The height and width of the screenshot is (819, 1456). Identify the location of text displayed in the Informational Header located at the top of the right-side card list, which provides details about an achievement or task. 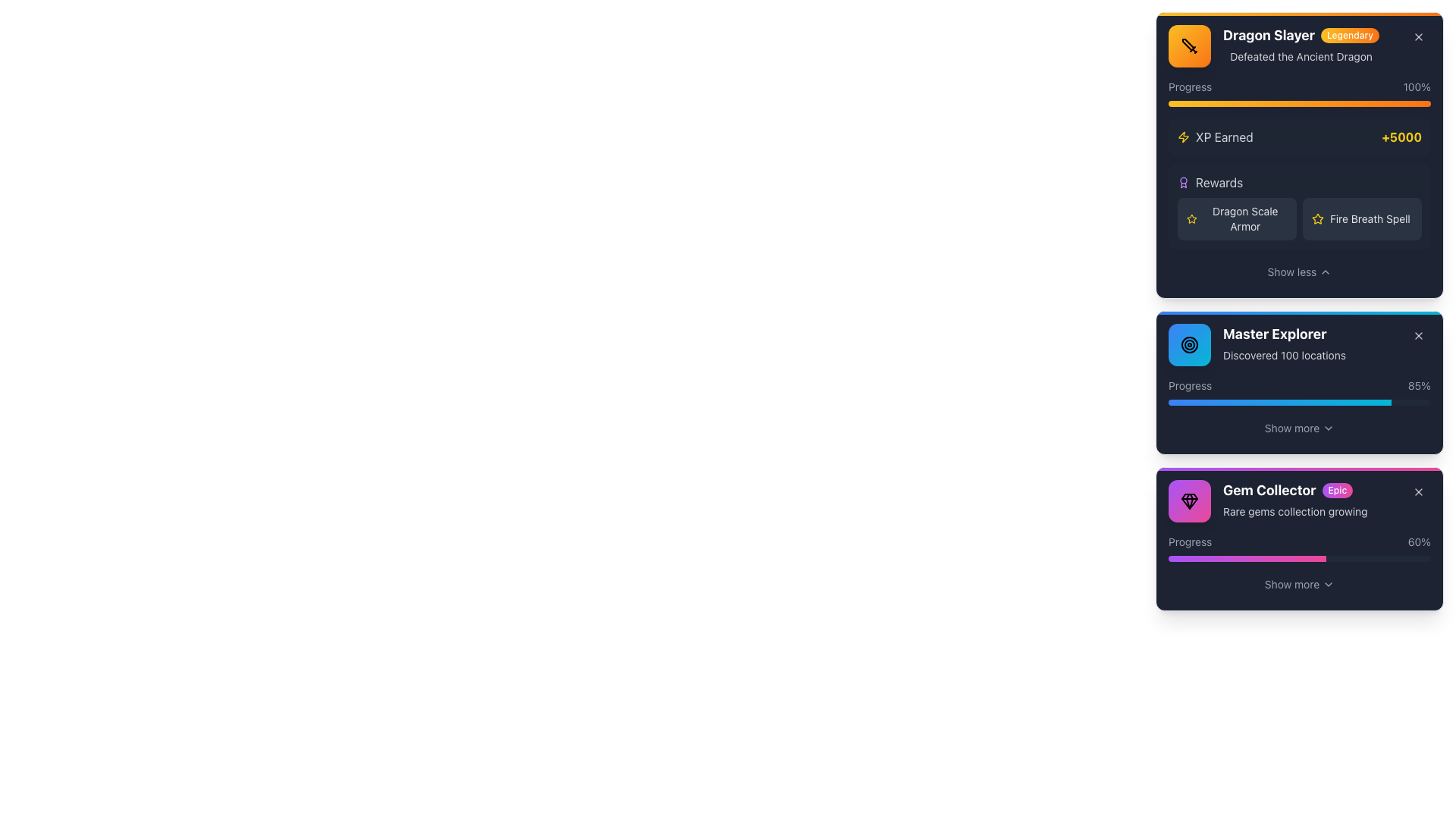
(1274, 45).